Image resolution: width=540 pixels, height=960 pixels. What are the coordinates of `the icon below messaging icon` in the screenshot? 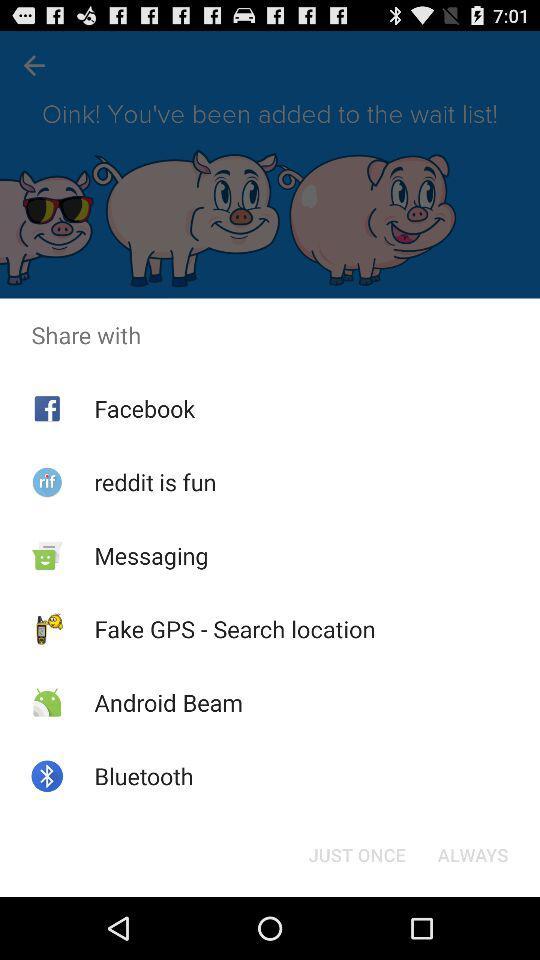 It's located at (234, 628).